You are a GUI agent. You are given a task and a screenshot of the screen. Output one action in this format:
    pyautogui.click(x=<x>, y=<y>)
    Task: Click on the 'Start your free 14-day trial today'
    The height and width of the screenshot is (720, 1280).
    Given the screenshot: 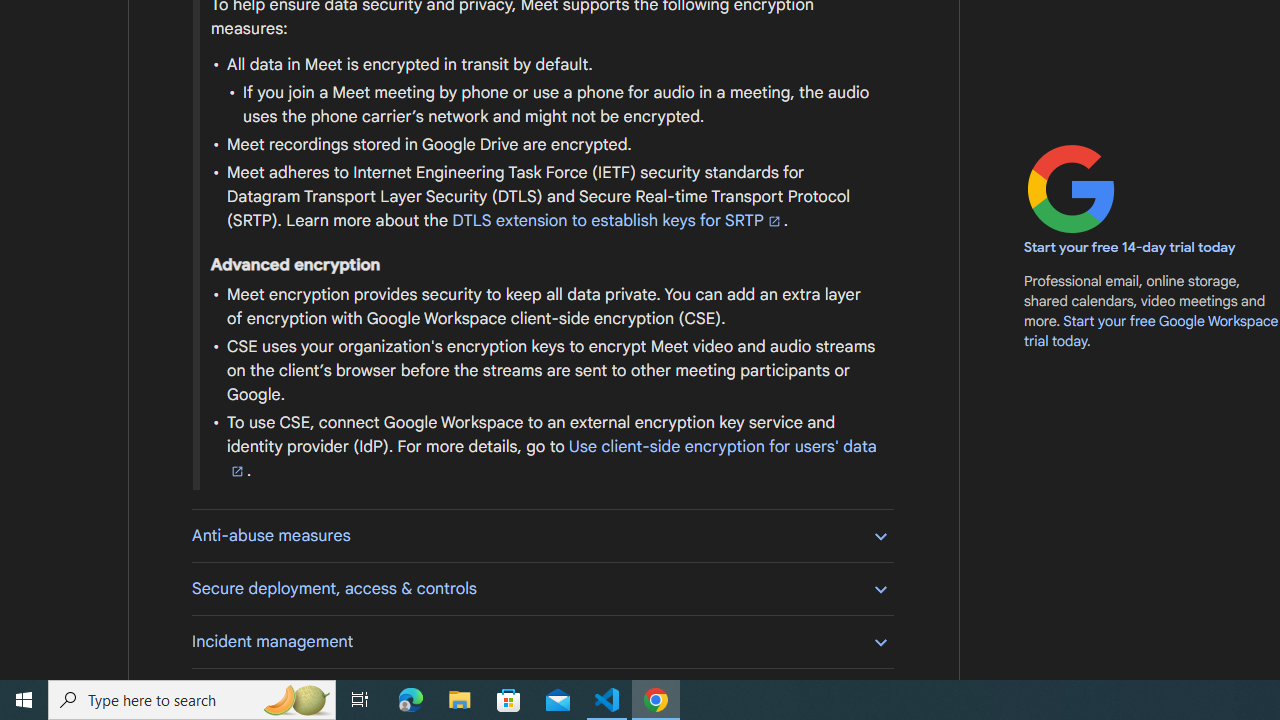 What is the action you would take?
    pyautogui.click(x=1130, y=246)
    